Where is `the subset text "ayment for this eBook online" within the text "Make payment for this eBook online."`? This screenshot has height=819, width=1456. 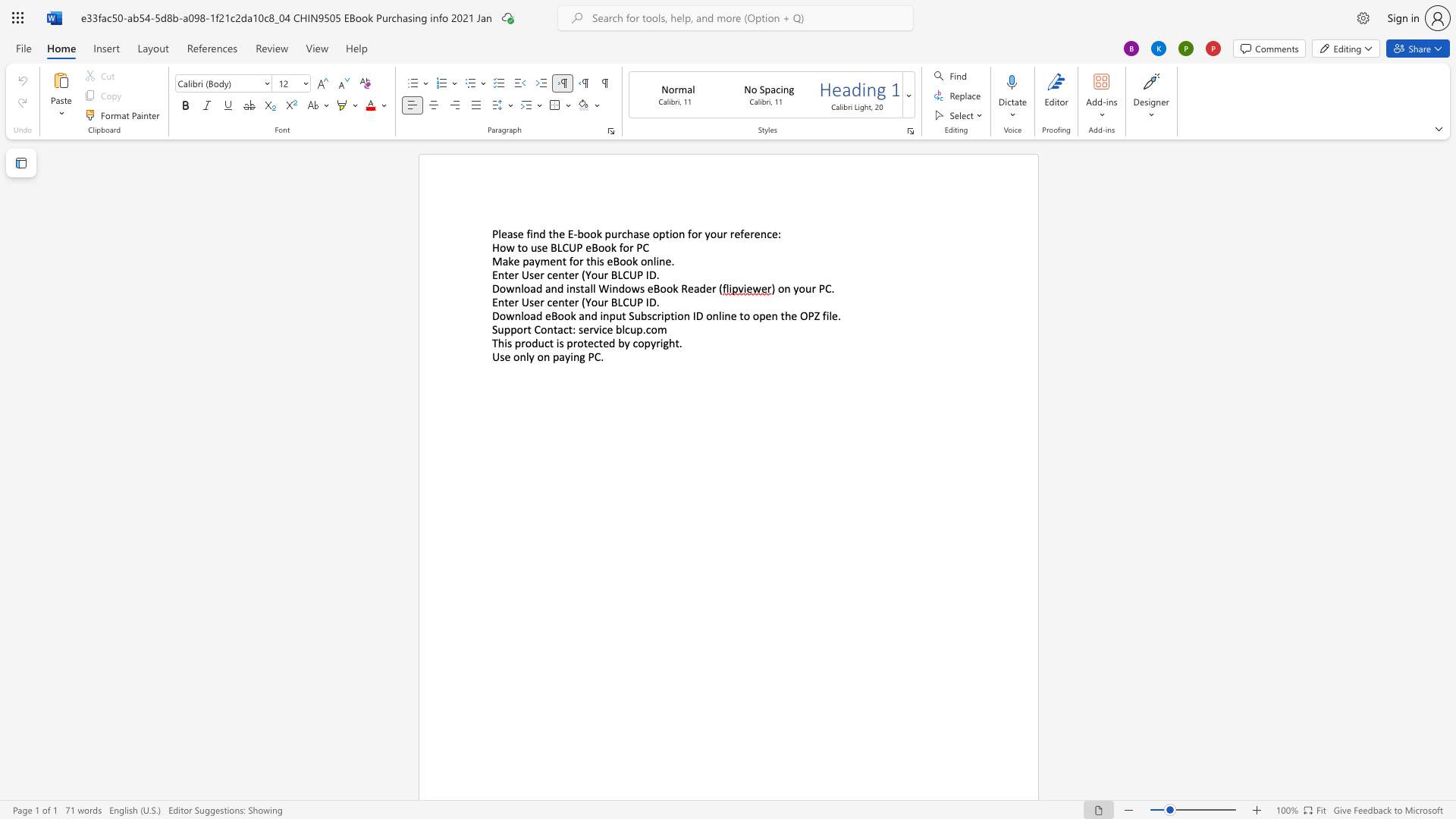
the subset text "ayment for this eBook online" within the text "Make payment for this eBook online." is located at coordinates (529, 260).